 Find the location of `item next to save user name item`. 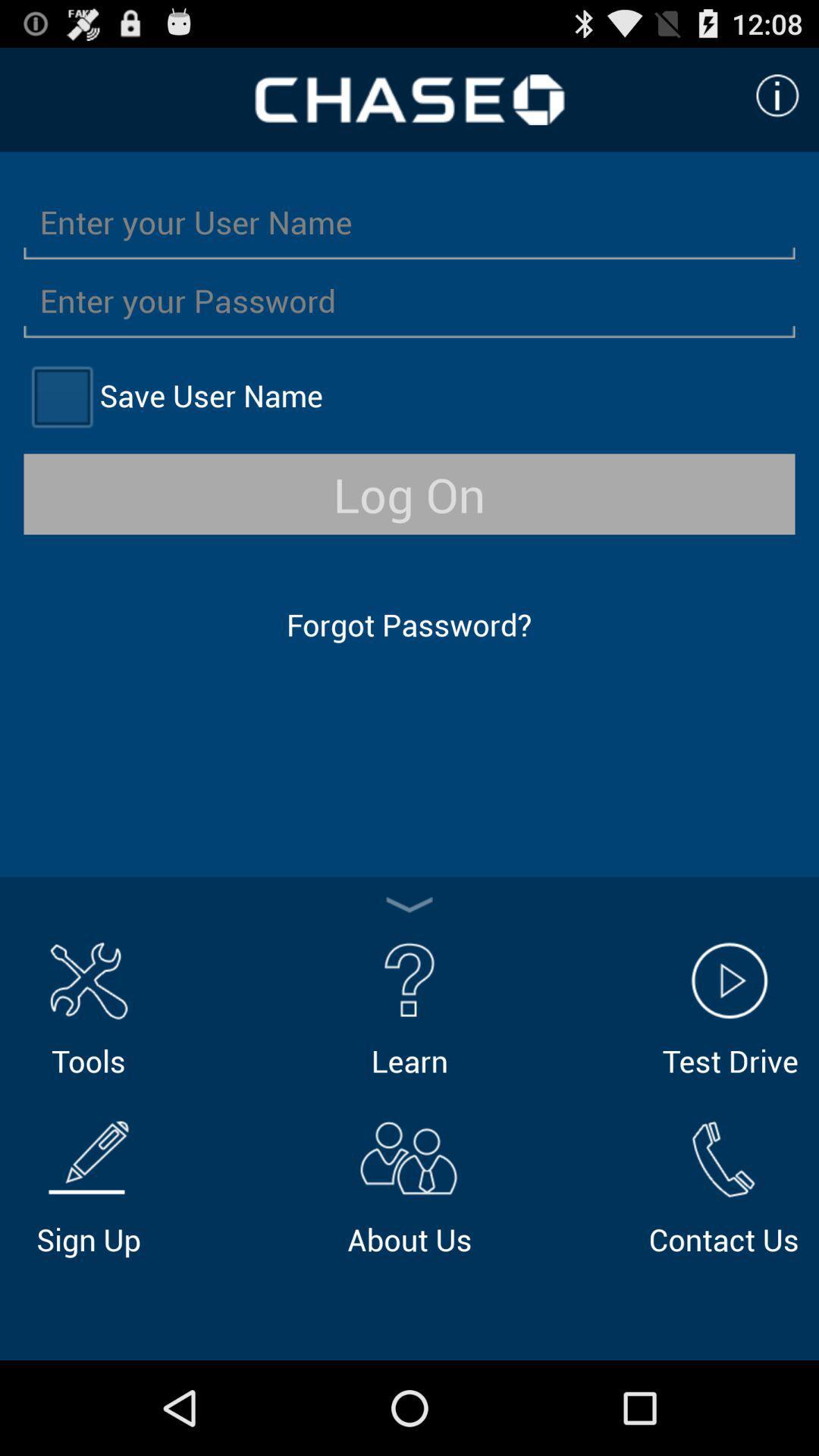

item next to save user name item is located at coordinates (61, 396).